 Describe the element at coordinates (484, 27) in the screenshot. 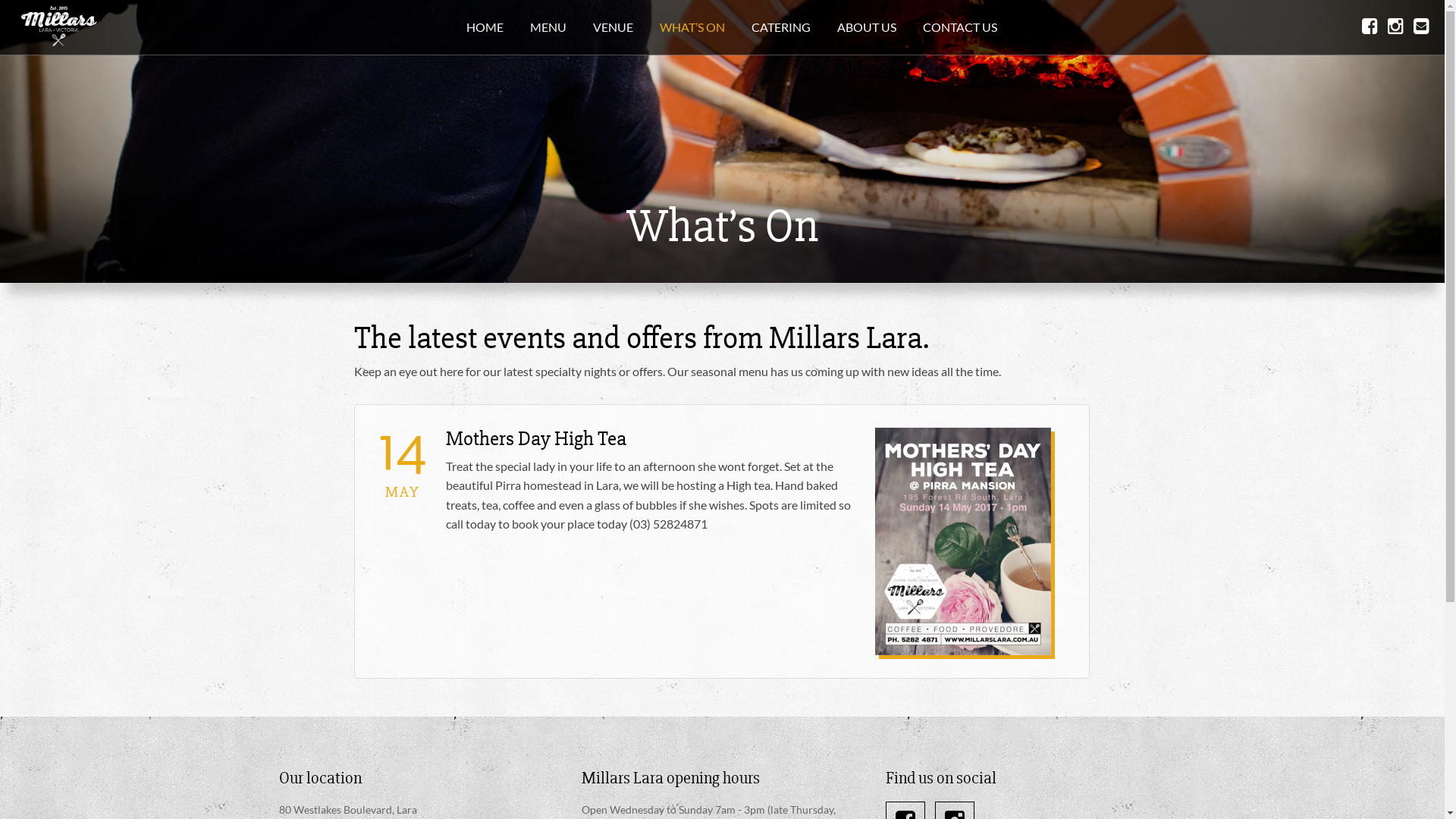

I see `'HOME'` at that location.